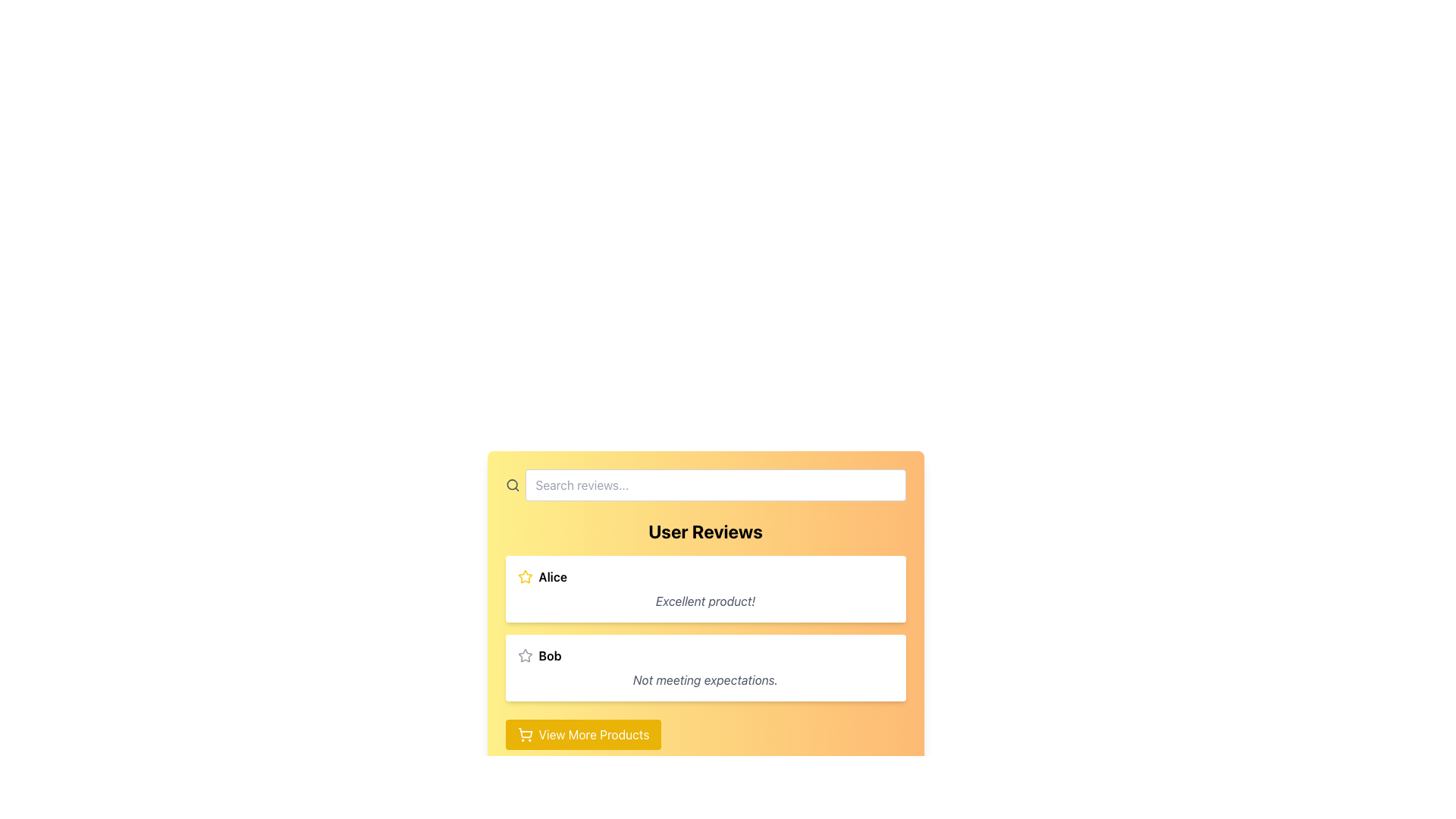 This screenshot has width=1456, height=819. I want to click on the shopping cart icon located inside the 'View More Products' button, which has a yellow background and features a simplistic outline style with a rectangular cart body and two circular wheels, so click(525, 733).